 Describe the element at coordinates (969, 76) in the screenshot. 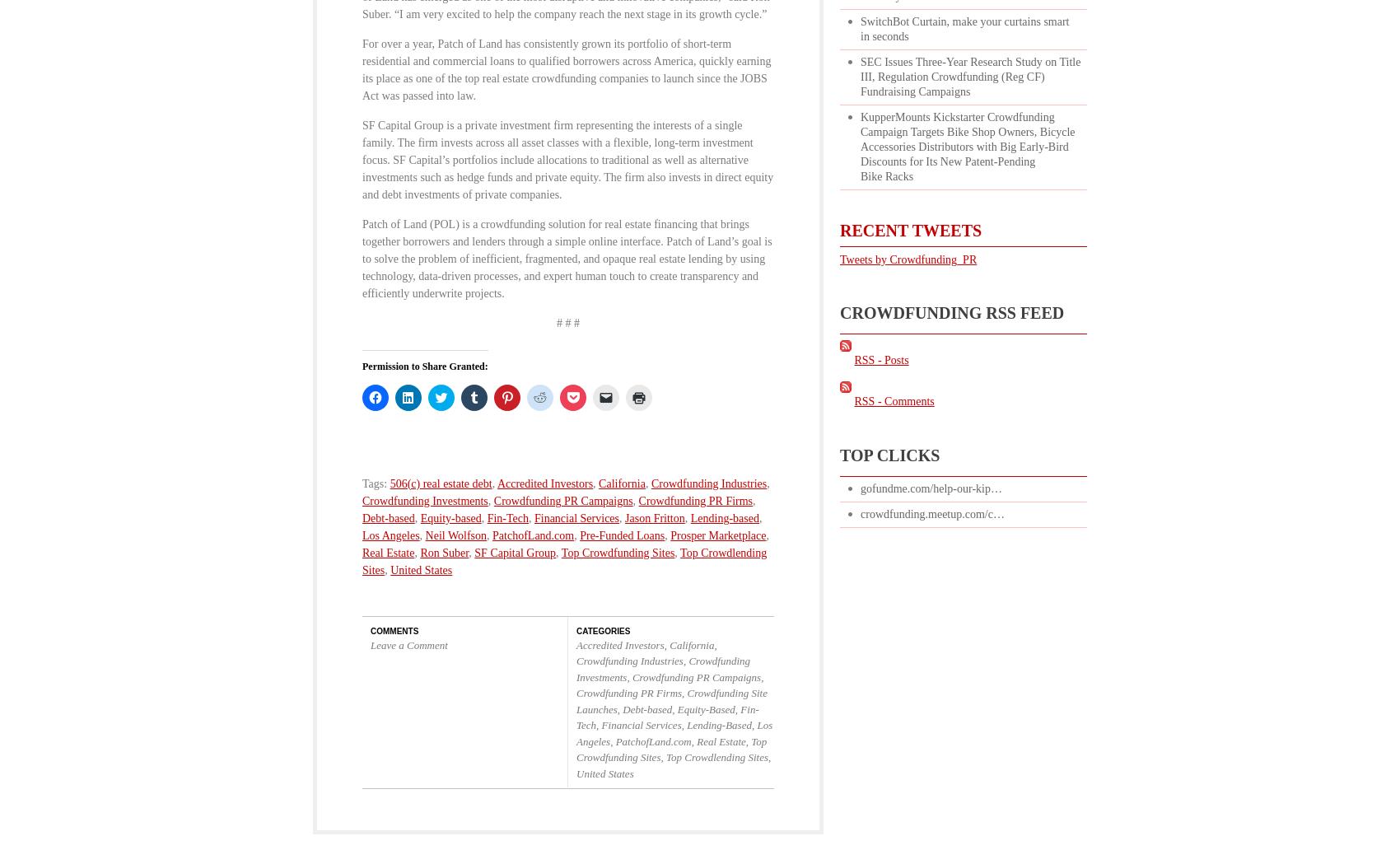

I see `'SEC Issues Three-Year Research Study on Title III, Regulation Crowdfunding (Reg CF) Fundraising Campaigns'` at that location.